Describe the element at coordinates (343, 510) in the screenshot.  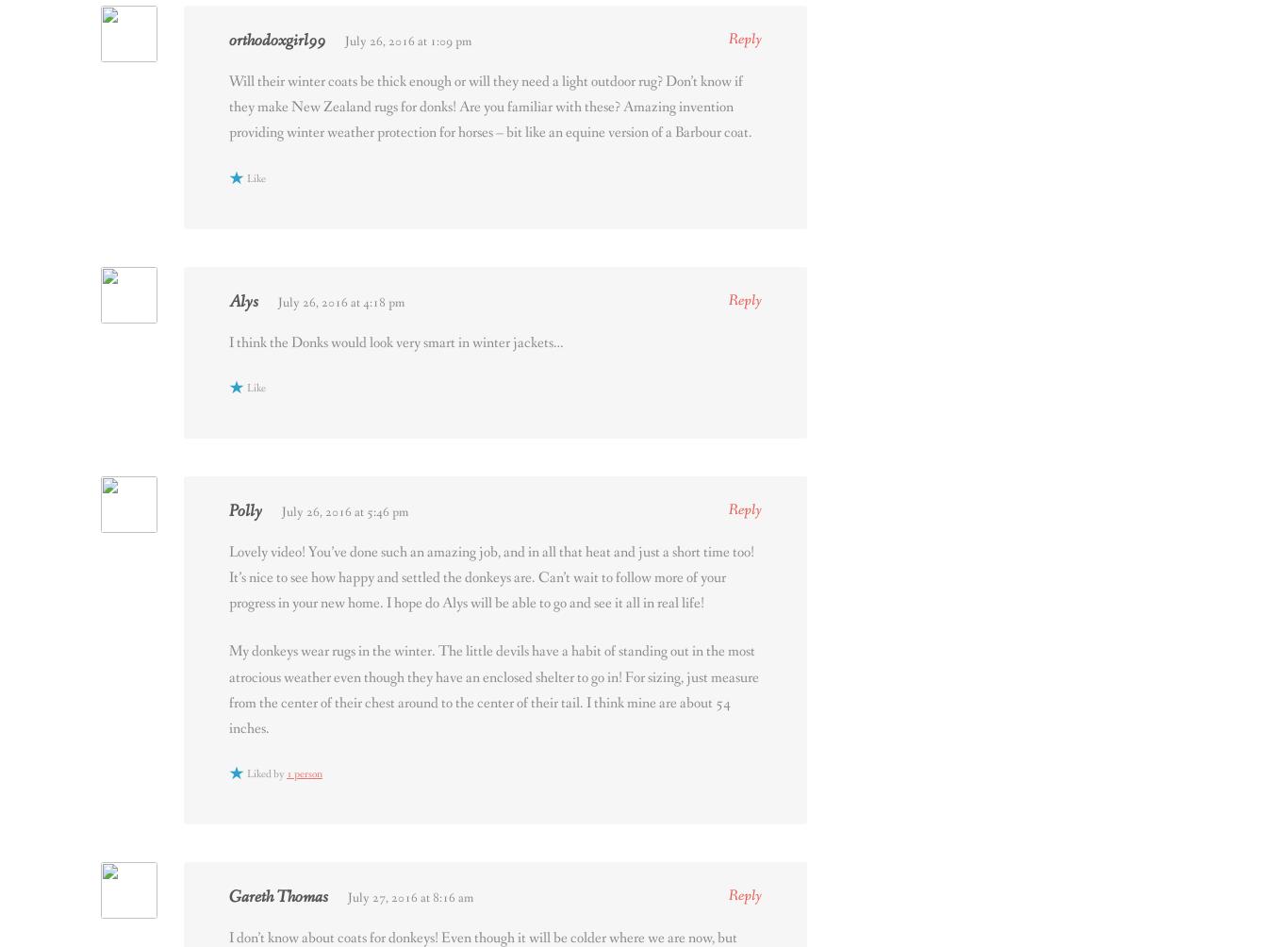
I see `'July 26, 2016 at 5:46 pm'` at that location.